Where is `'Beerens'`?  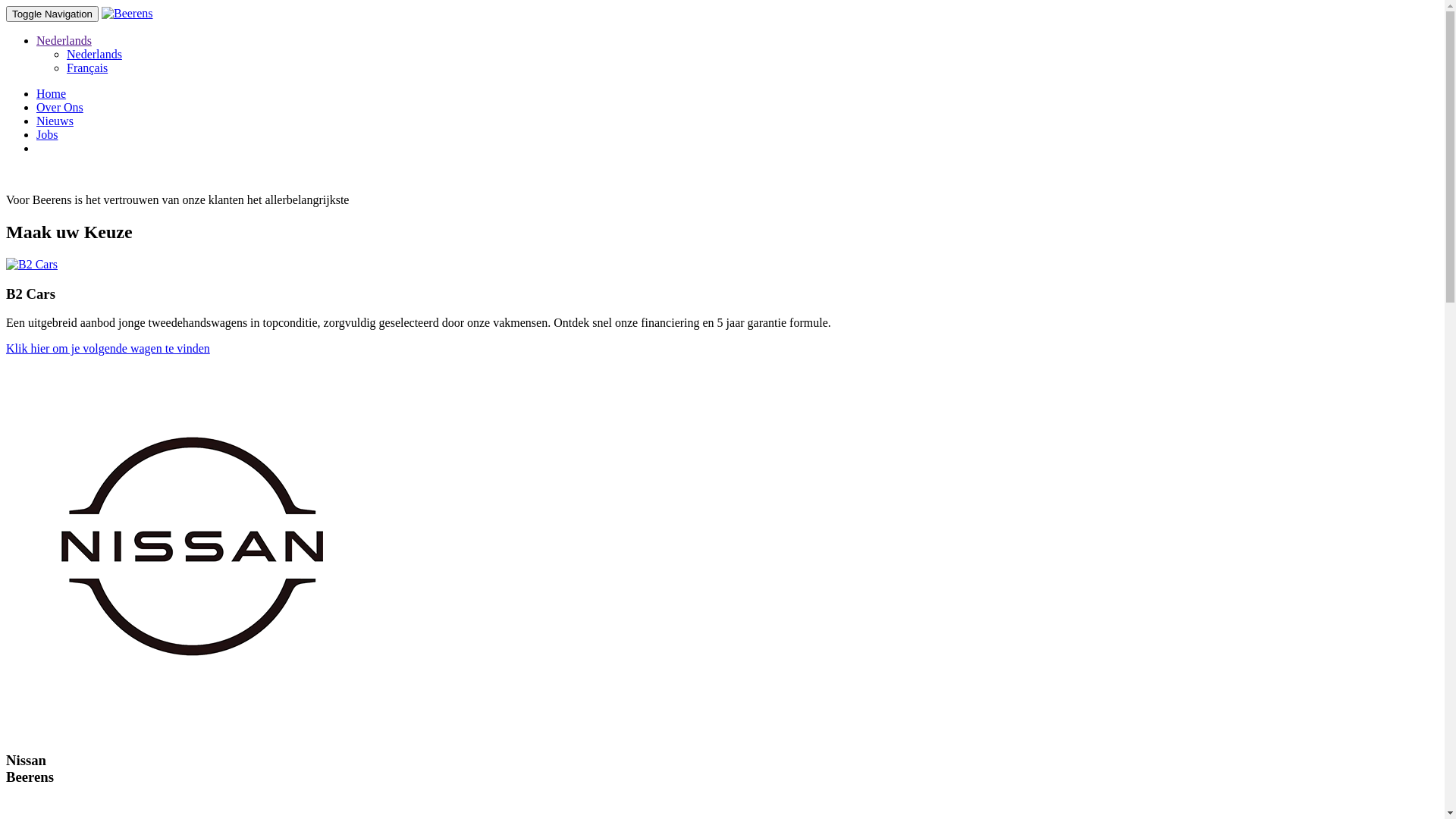
'Beerens' is located at coordinates (127, 14).